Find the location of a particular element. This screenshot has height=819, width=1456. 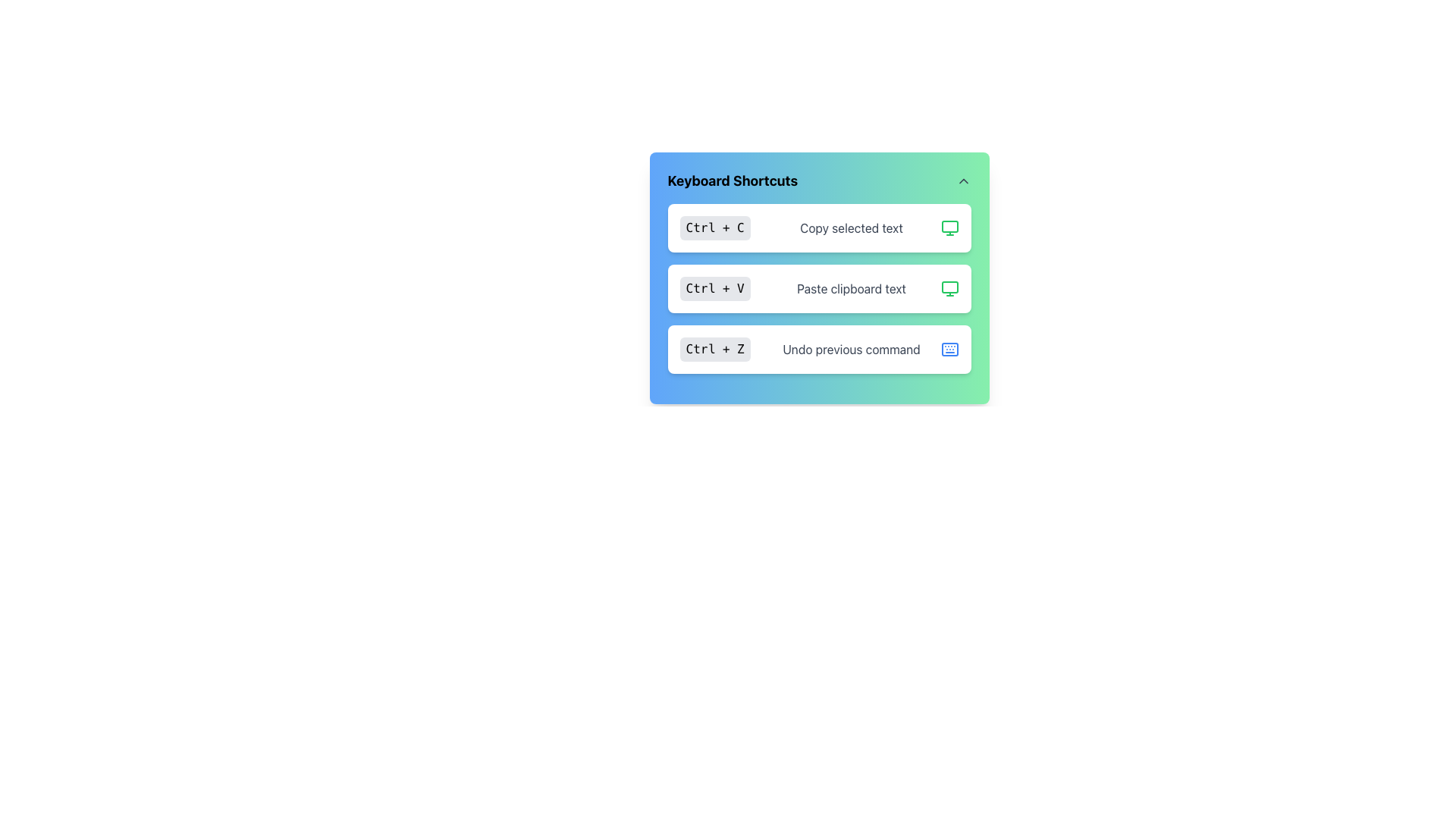

text information from the Interactive Info Block that indicates the keyboard shortcut 'Ctrl + V' for pasting clipboard text, located as the second block in the 'Keyboard Shortcuts' section is located at coordinates (818, 289).